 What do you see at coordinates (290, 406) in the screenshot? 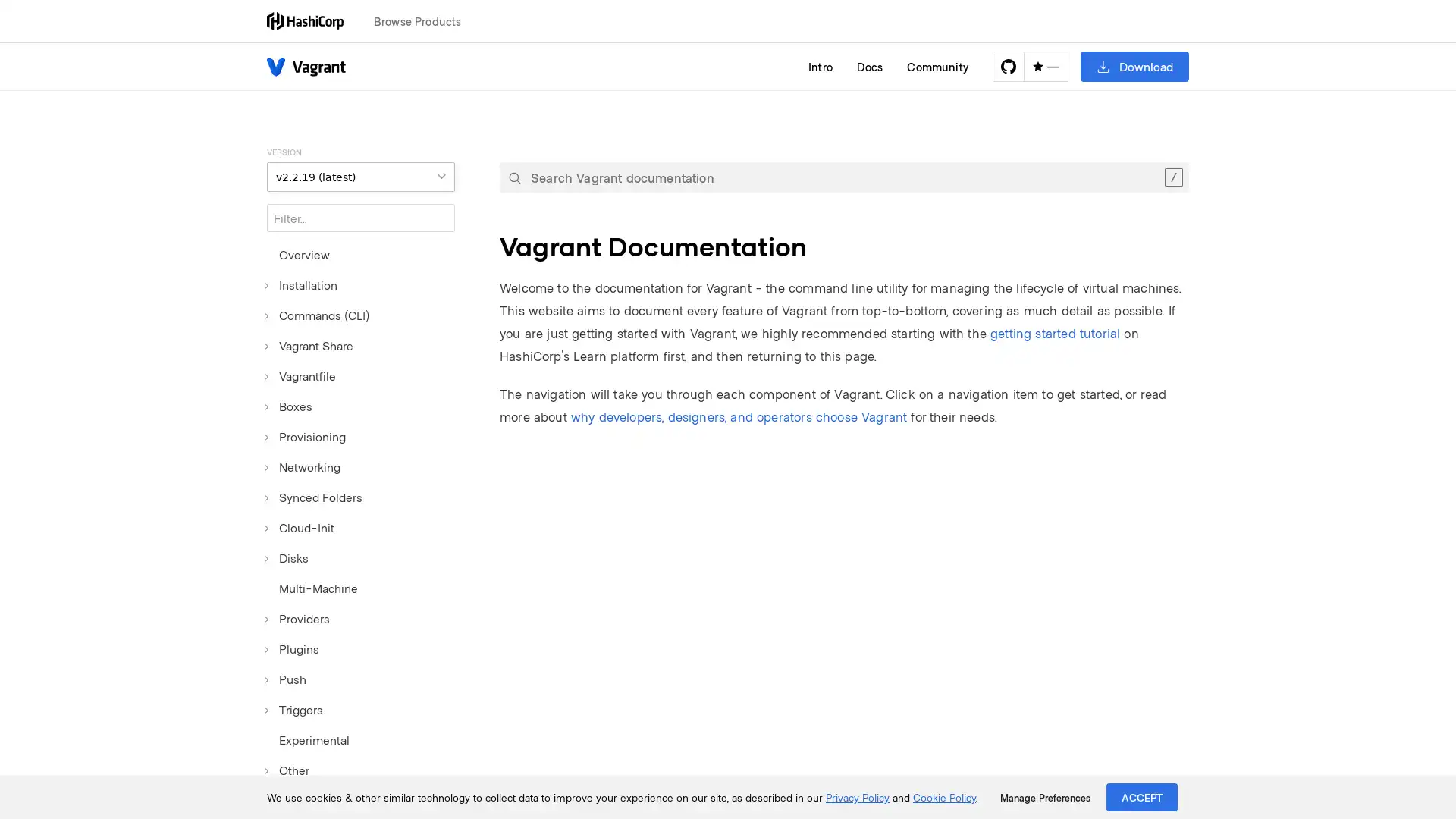
I see `Boxes` at bounding box center [290, 406].